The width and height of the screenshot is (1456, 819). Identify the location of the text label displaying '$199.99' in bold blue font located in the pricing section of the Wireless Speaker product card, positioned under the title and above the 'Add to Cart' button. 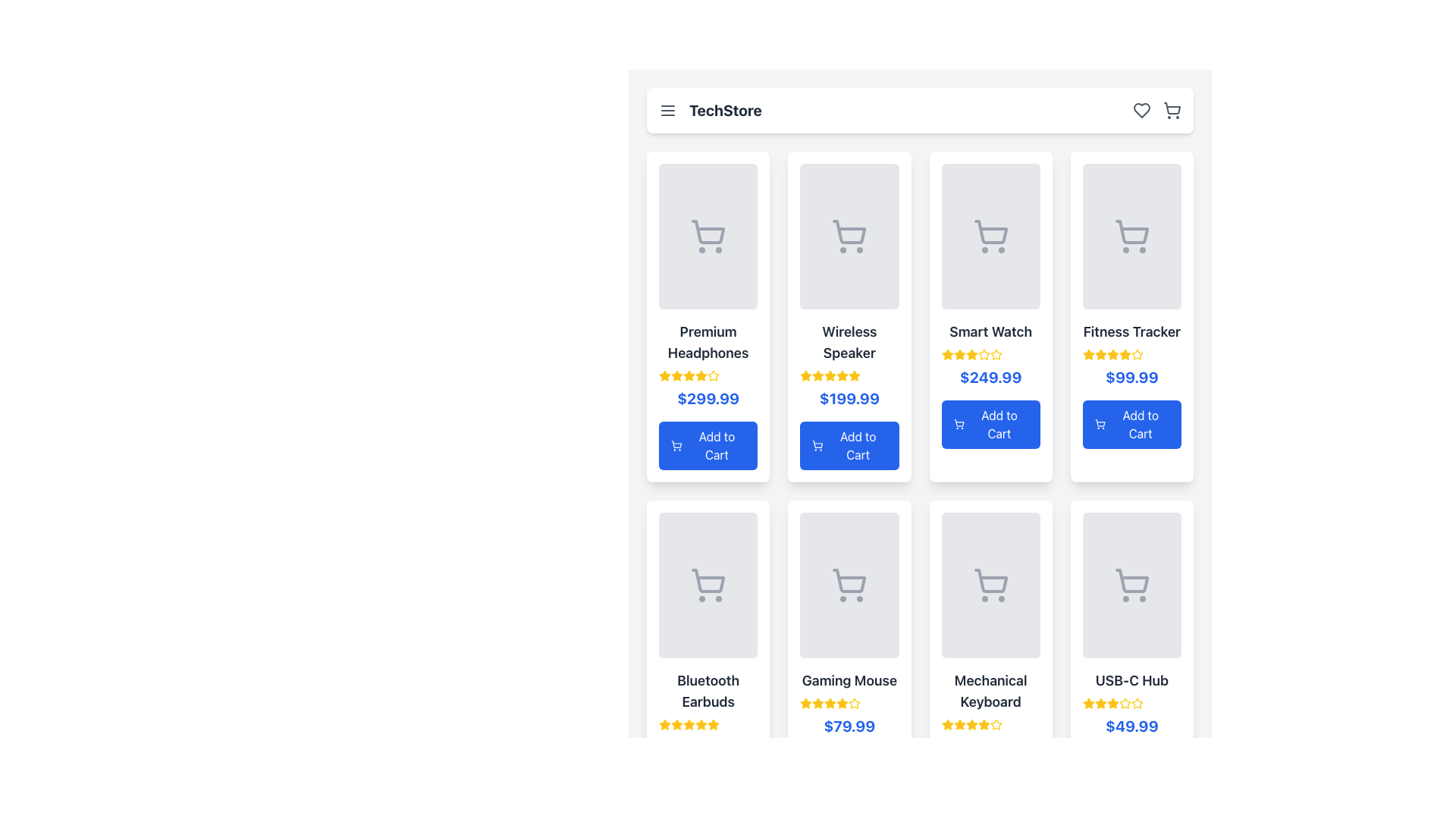
(849, 397).